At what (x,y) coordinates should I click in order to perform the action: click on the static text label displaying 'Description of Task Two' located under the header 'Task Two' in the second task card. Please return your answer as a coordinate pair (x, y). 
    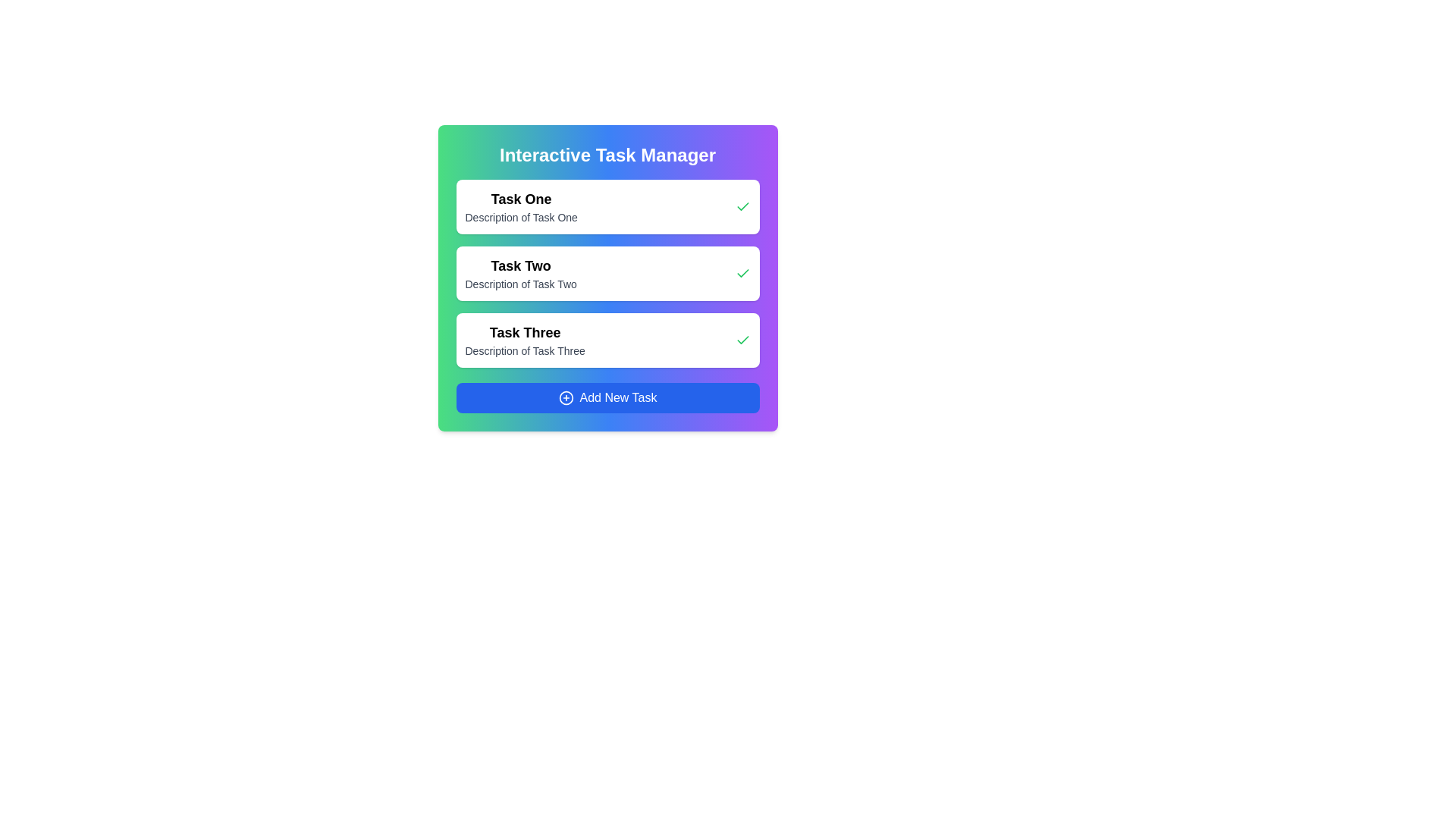
    Looking at the image, I should click on (521, 284).